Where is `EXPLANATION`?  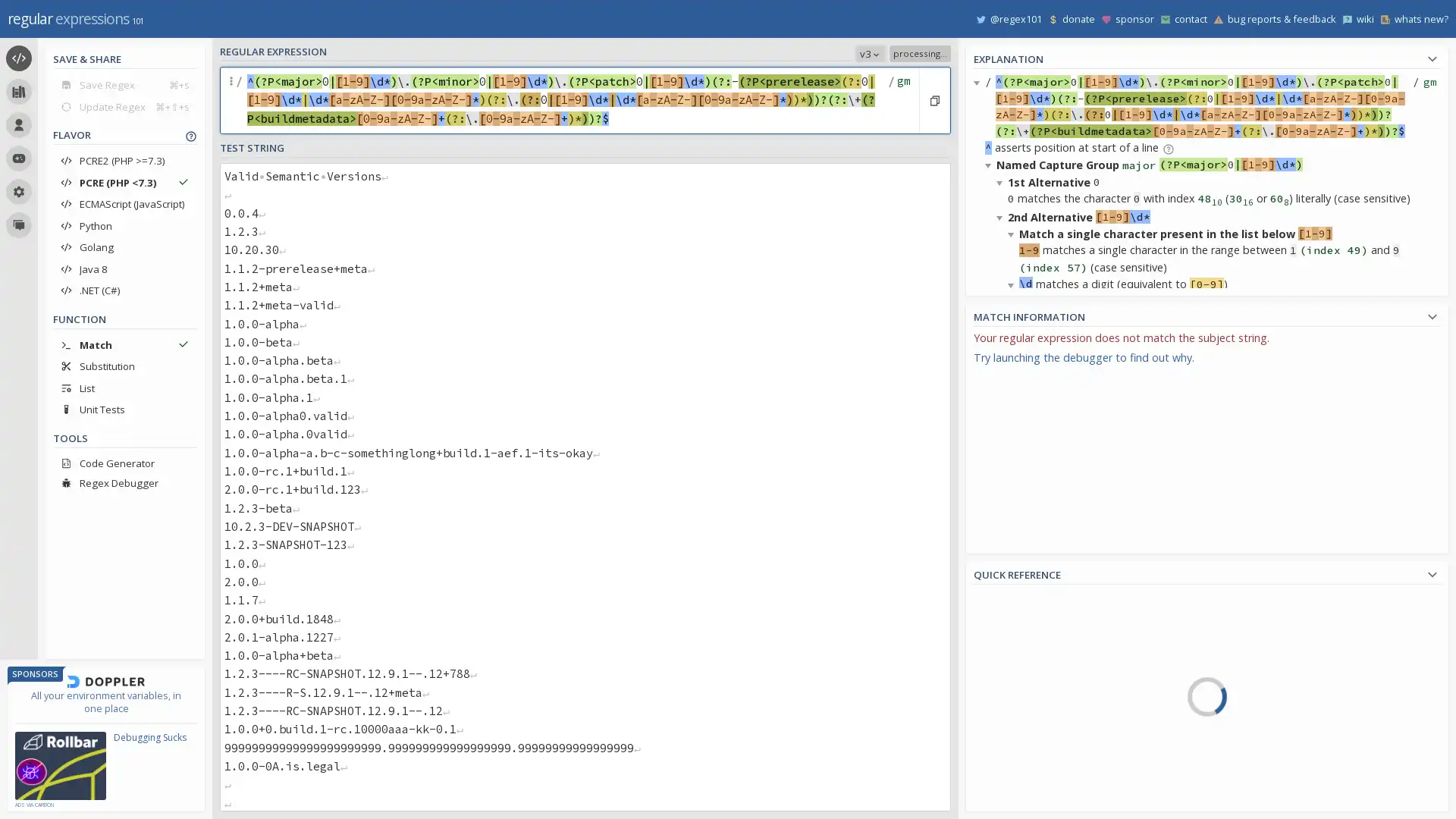 EXPLANATION is located at coordinates (1207, 56).